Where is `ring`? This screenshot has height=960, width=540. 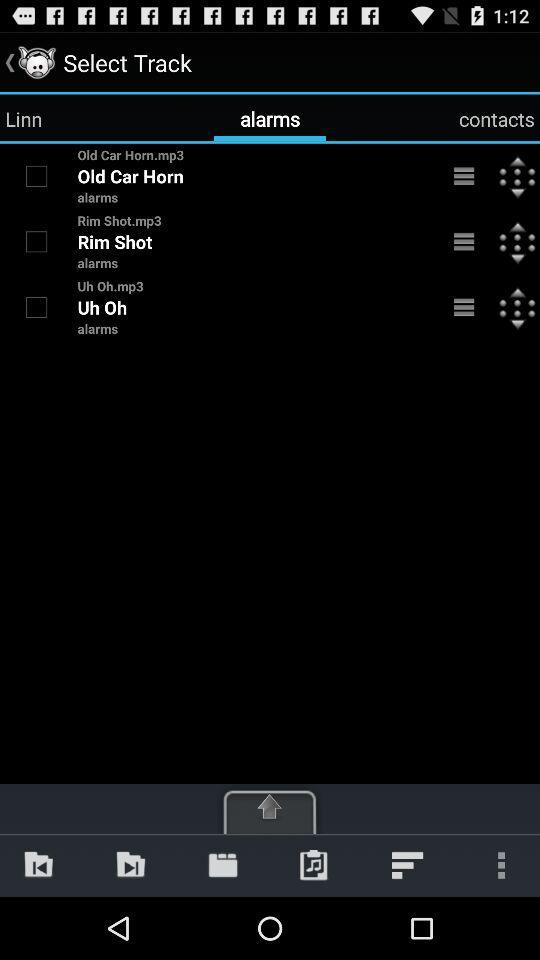
ring is located at coordinates (36, 175).